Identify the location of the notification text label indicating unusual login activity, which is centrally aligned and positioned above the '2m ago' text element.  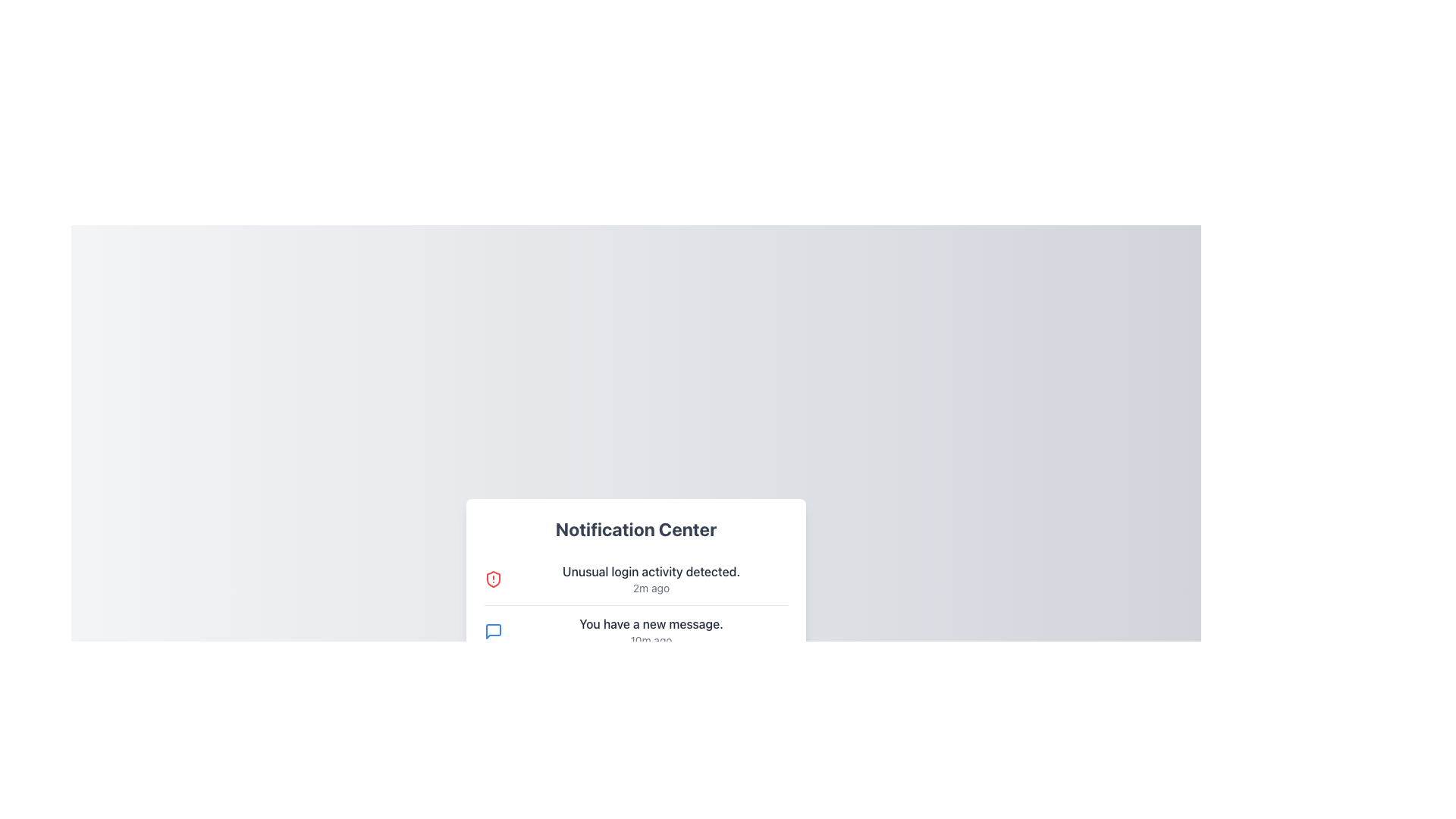
(651, 571).